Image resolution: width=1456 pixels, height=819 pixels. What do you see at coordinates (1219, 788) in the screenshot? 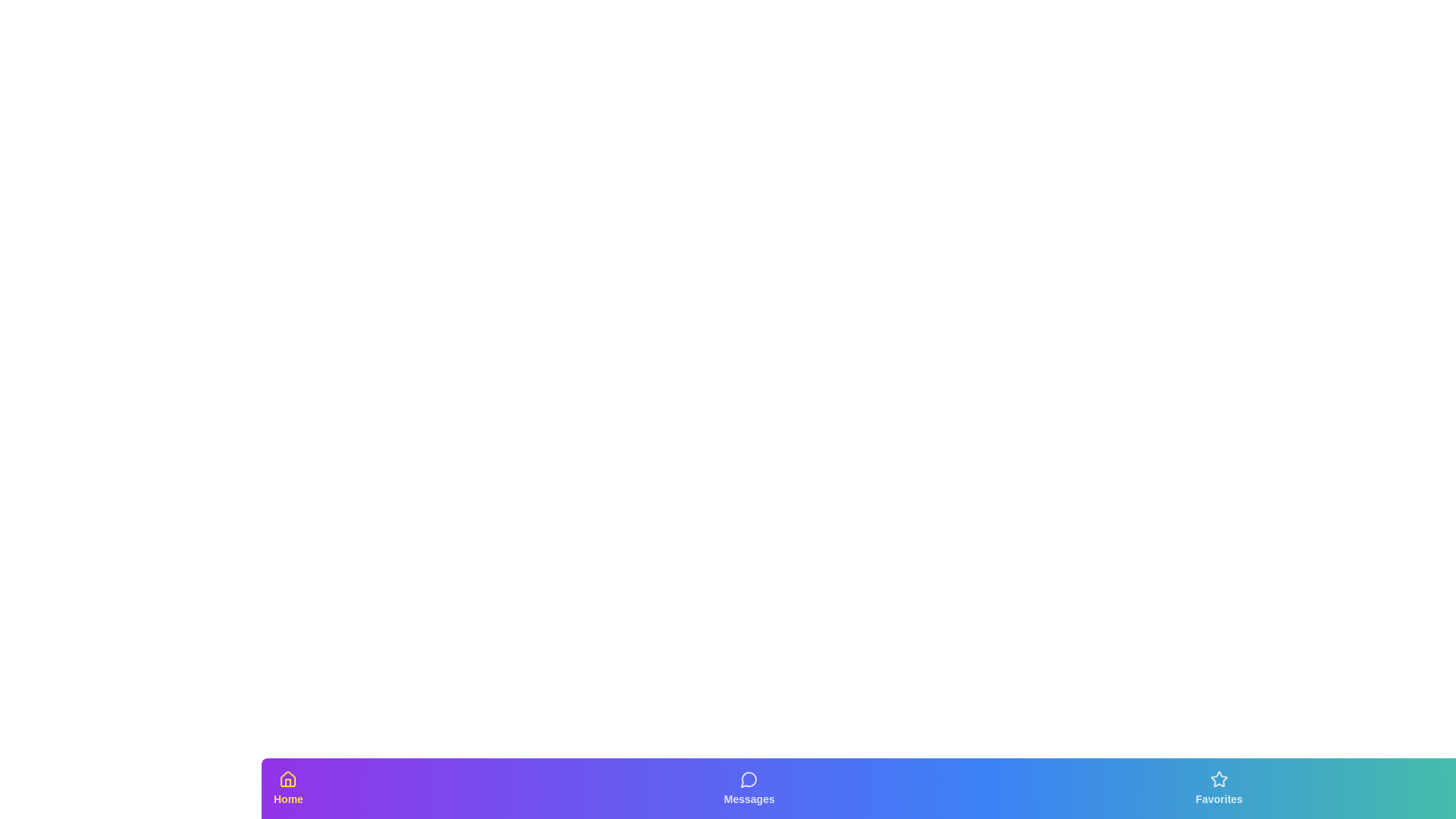
I see `the Favorites tab in the navigation bar` at bounding box center [1219, 788].